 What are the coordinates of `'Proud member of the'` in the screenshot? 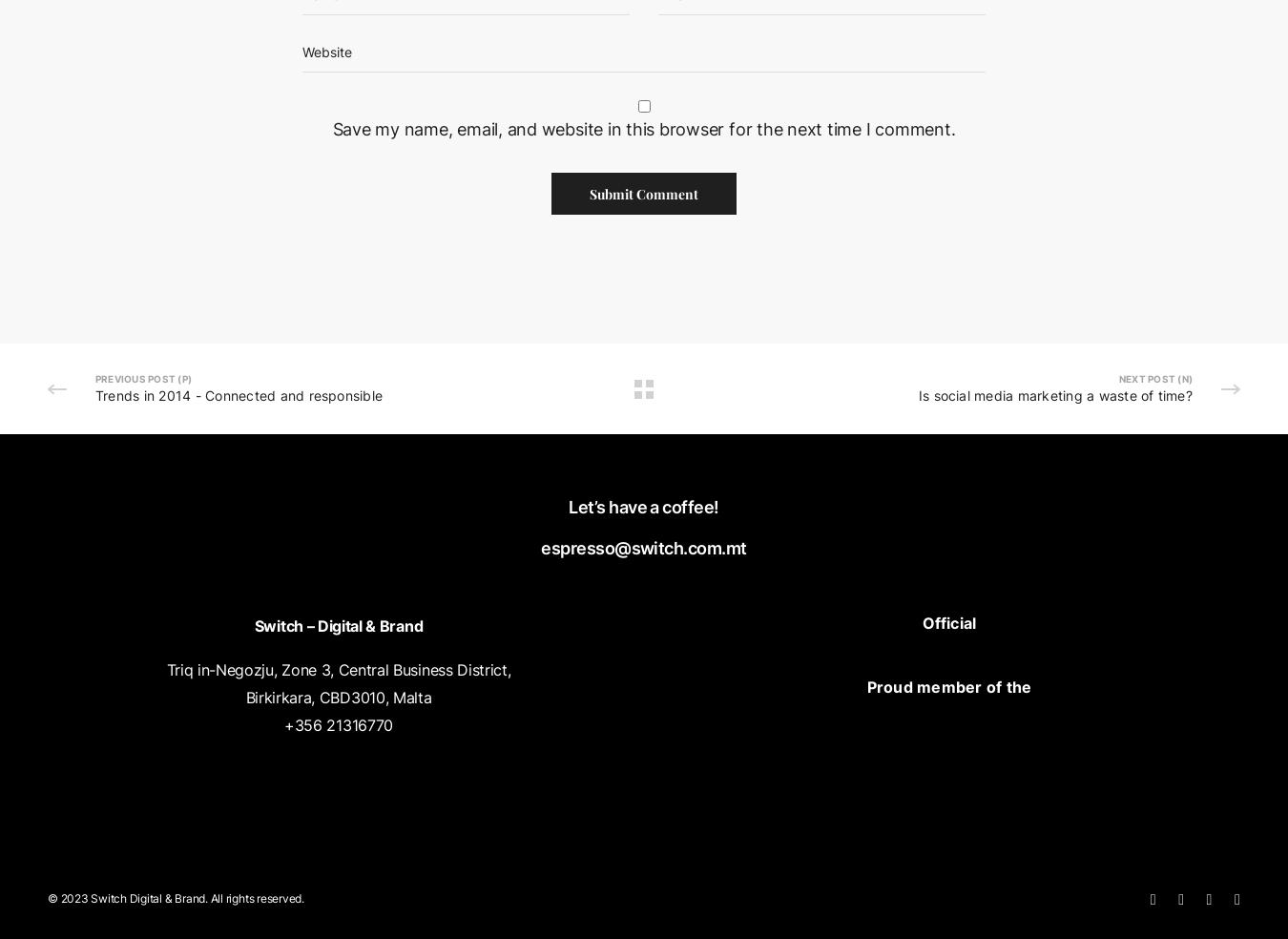 It's located at (947, 686).